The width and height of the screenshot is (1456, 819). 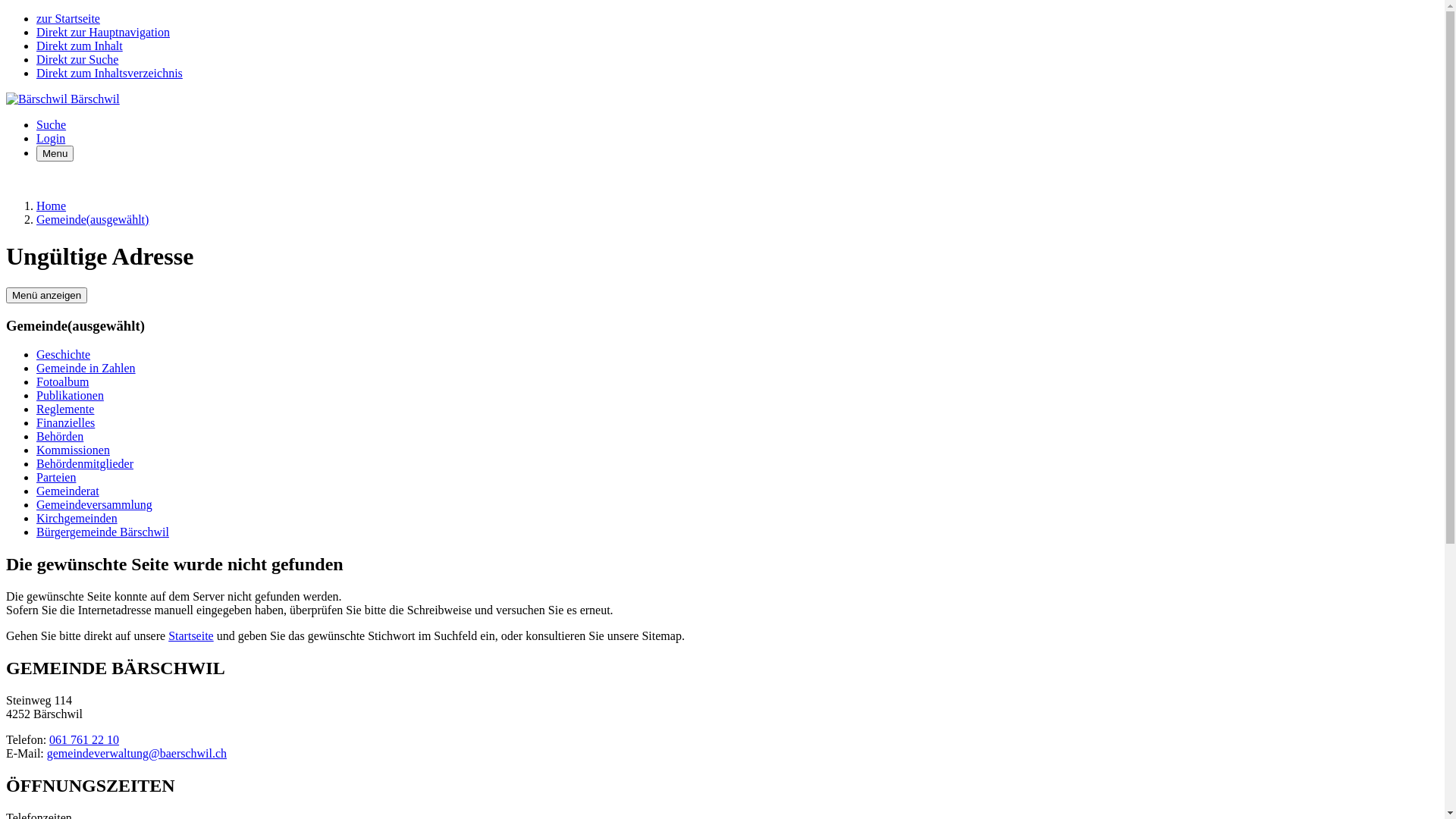 What do you see at coordinates (67, 491) in the screenshot?
I see `'Gemeinderat'` at bounding box center [67, 491].